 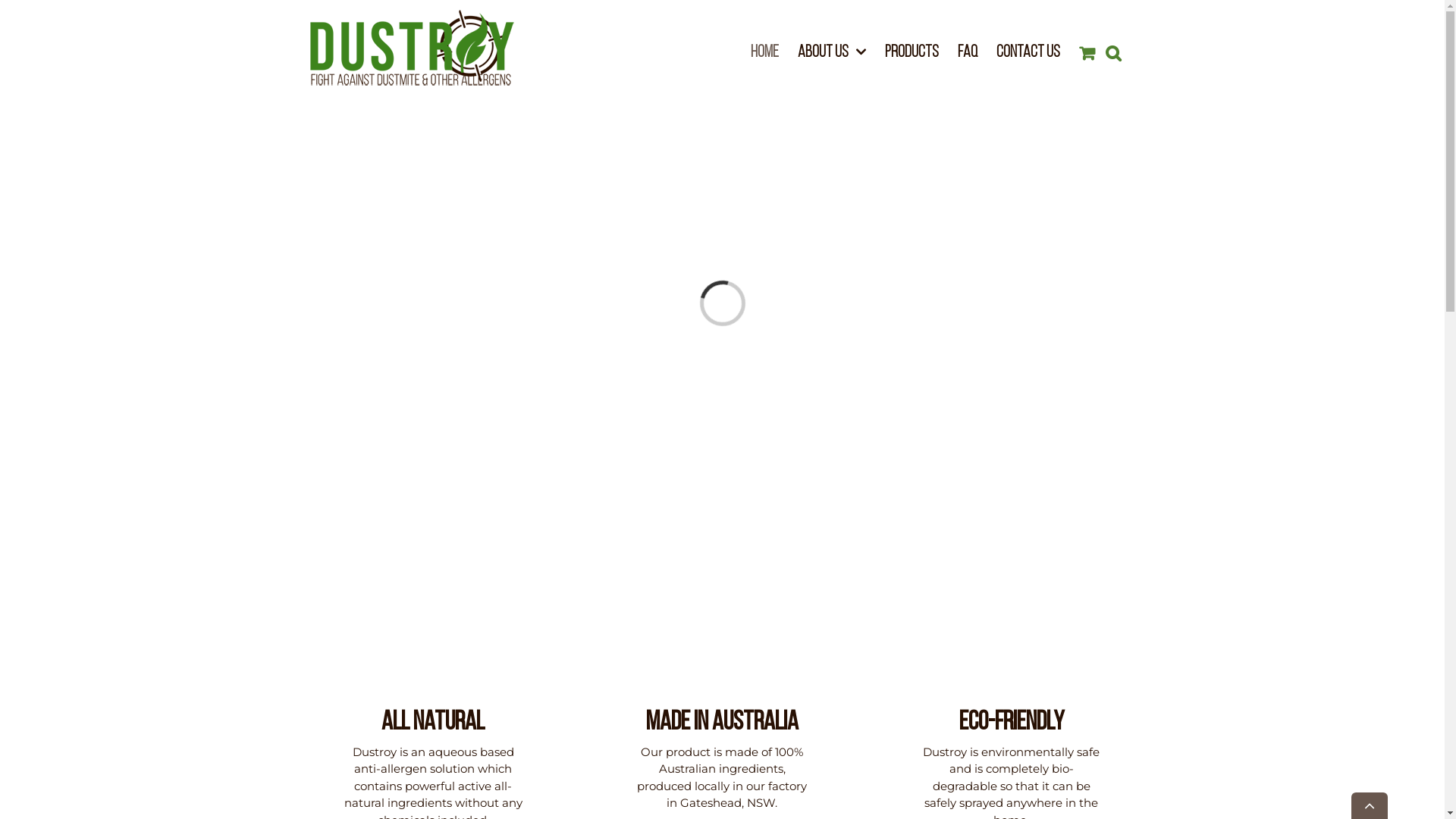 I want to click on 'CONTACT US', so click(x=1028, y=52).